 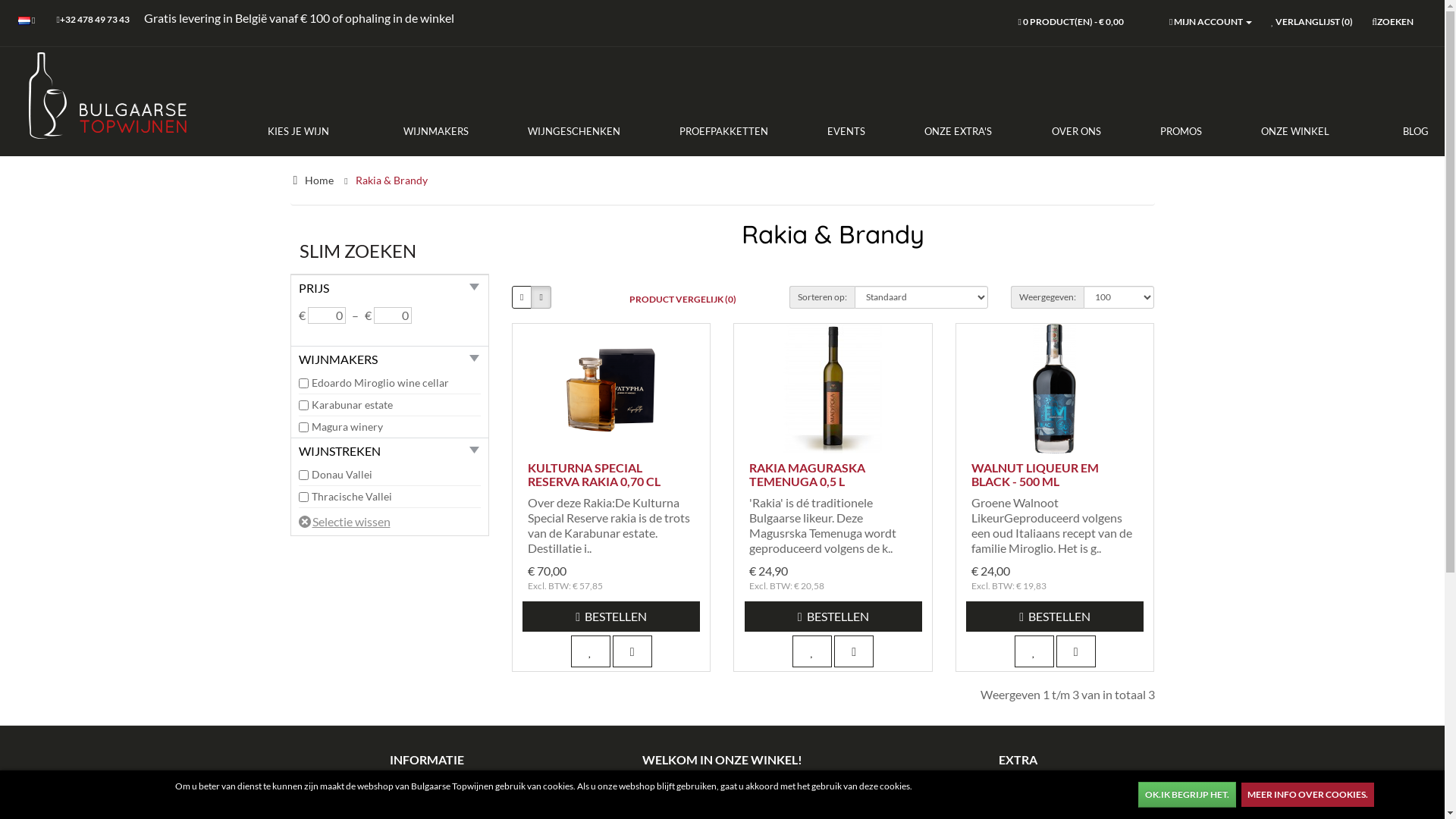 What do you see at coordinates (1392, 23) in the screenshot?
I see `'ZOEKEN'` at bounding box center [1392, 23].